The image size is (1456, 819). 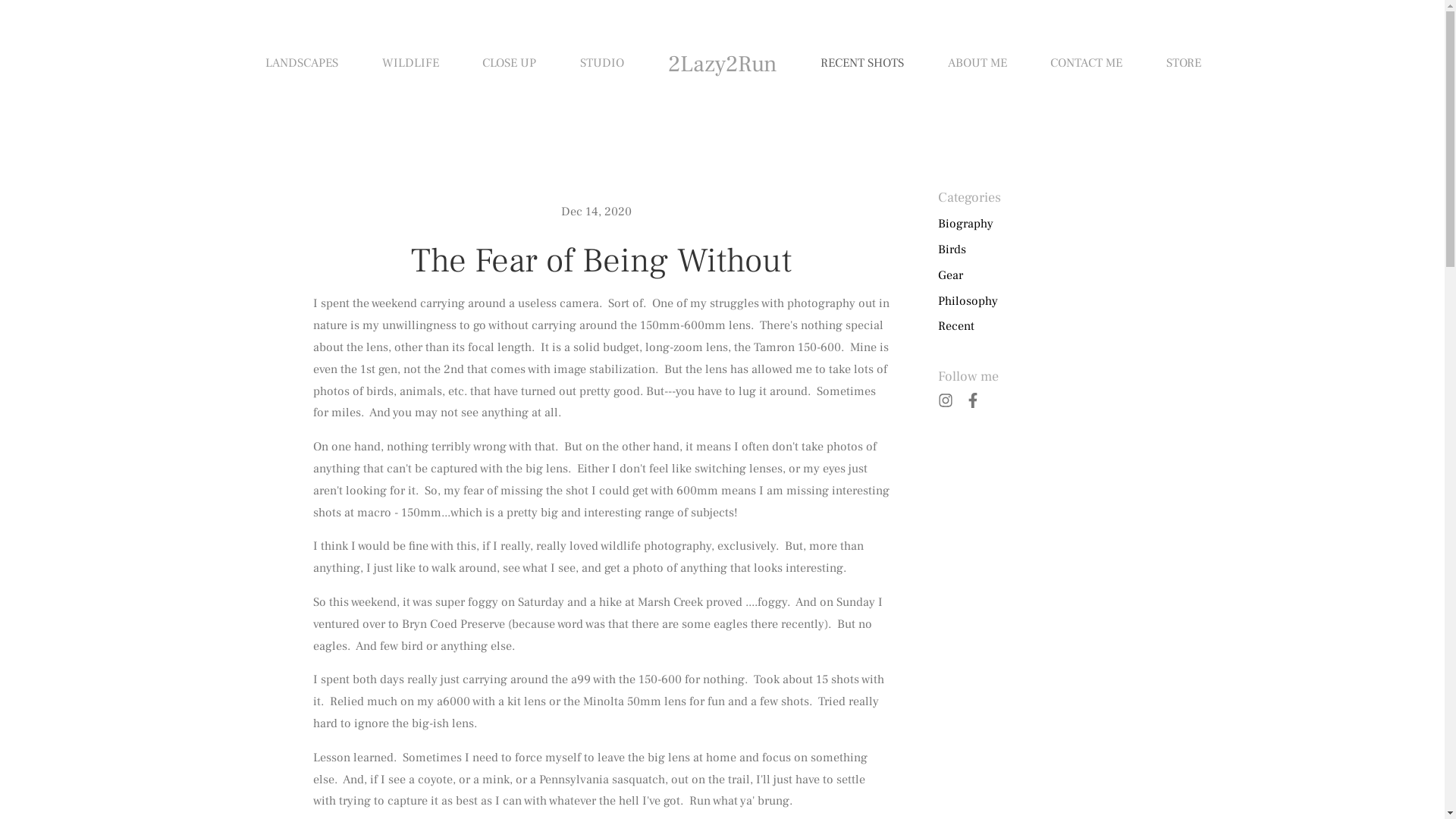 I want to click on 'LANDSCAPES', so click(x=265, y=63).